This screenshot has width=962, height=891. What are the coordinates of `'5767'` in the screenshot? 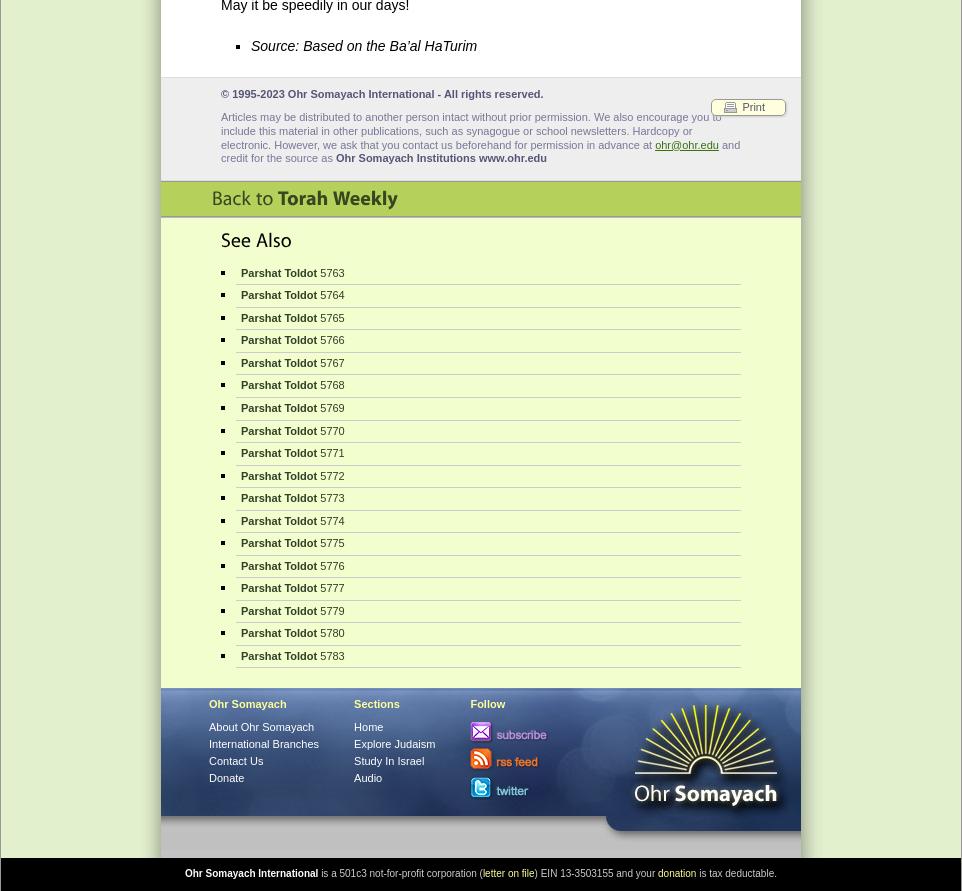 It's located at (329, 362).